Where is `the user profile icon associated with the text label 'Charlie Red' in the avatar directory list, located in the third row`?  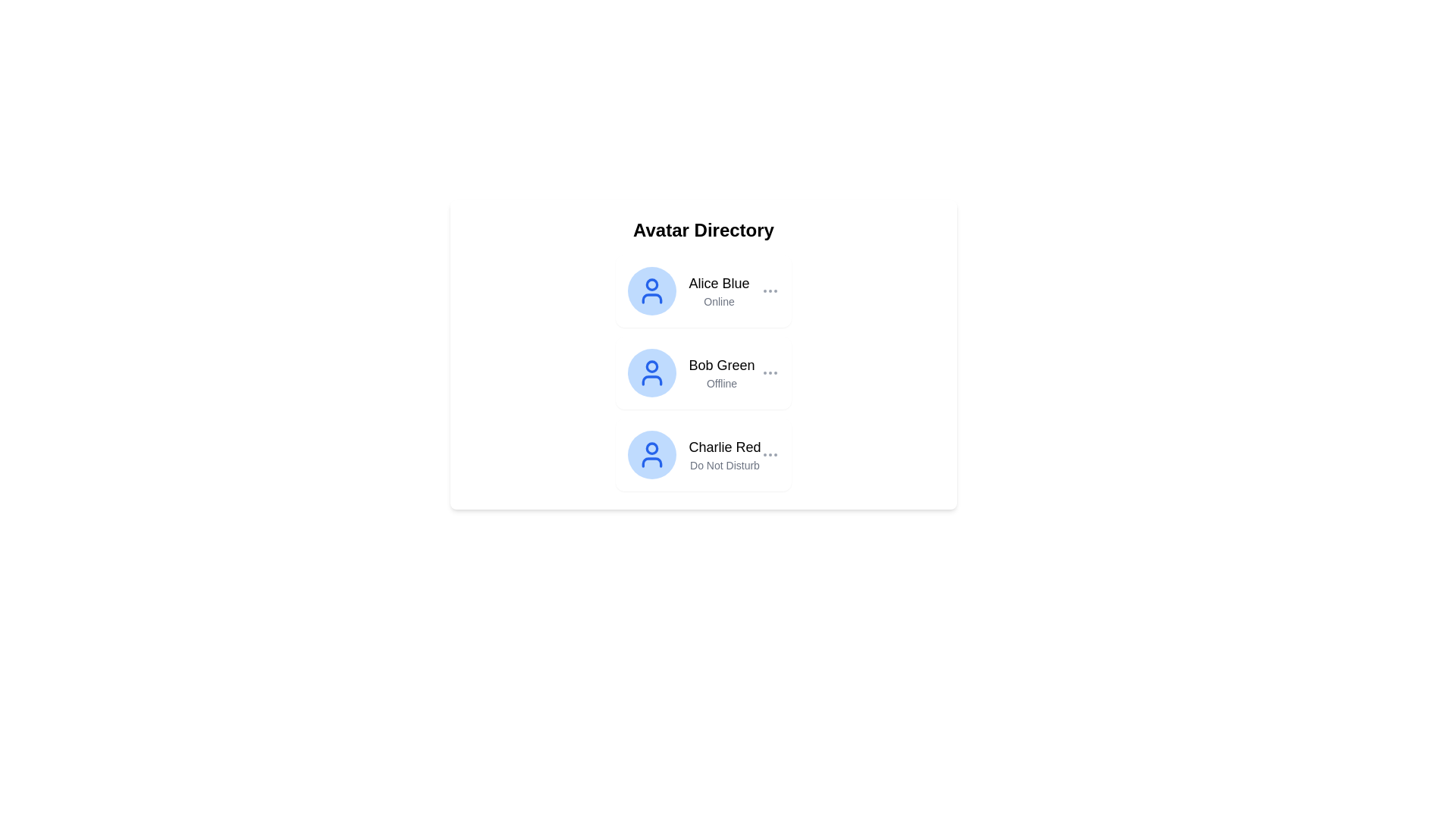
the user profile icon associated with the text label 'Charlie Red' in the avatar directory list, located in the third row is located at coordinates (652, 454).